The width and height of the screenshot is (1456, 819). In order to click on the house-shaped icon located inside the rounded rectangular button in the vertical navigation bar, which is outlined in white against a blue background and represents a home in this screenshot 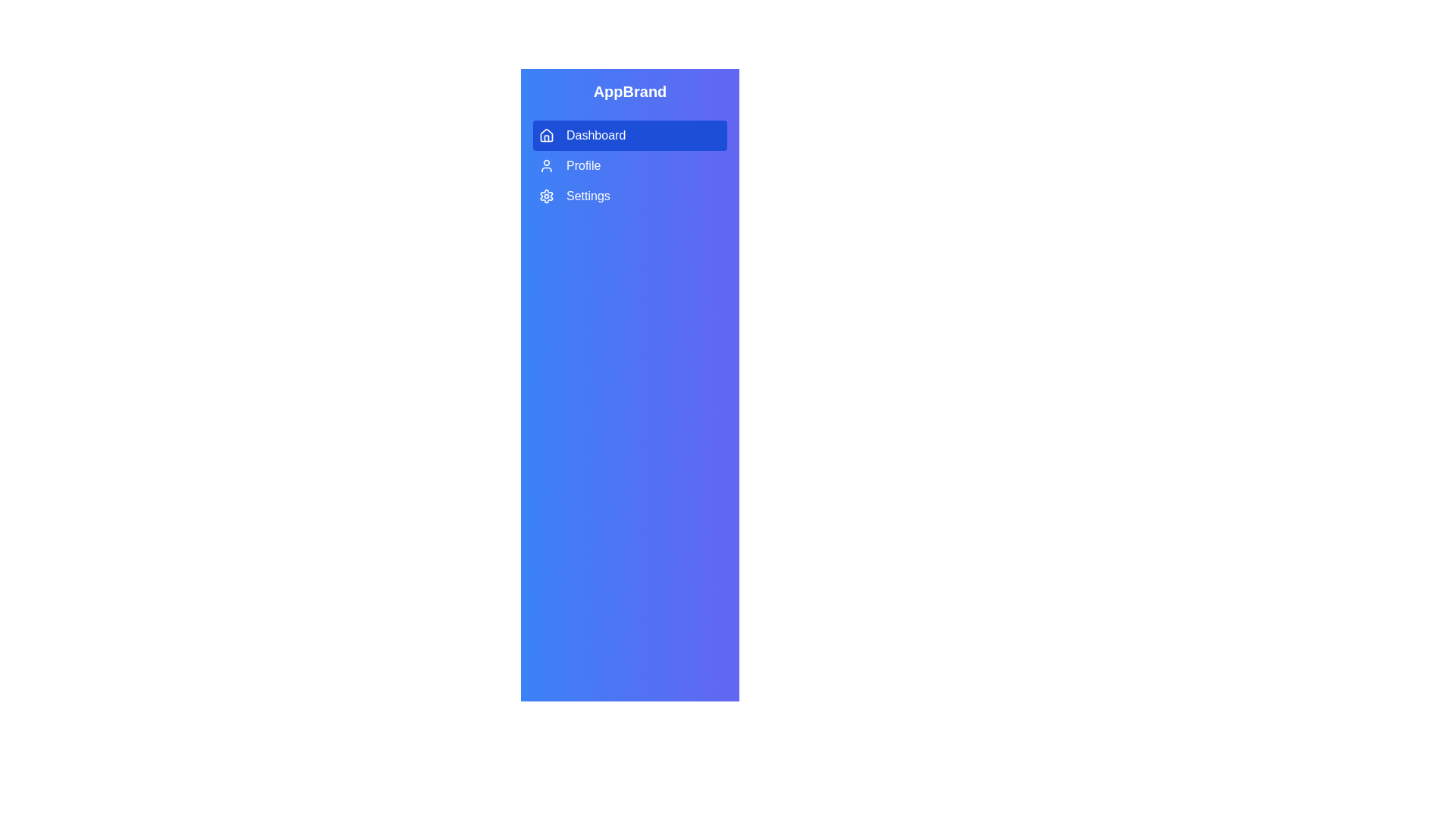, I will do `click(546, 133)`.